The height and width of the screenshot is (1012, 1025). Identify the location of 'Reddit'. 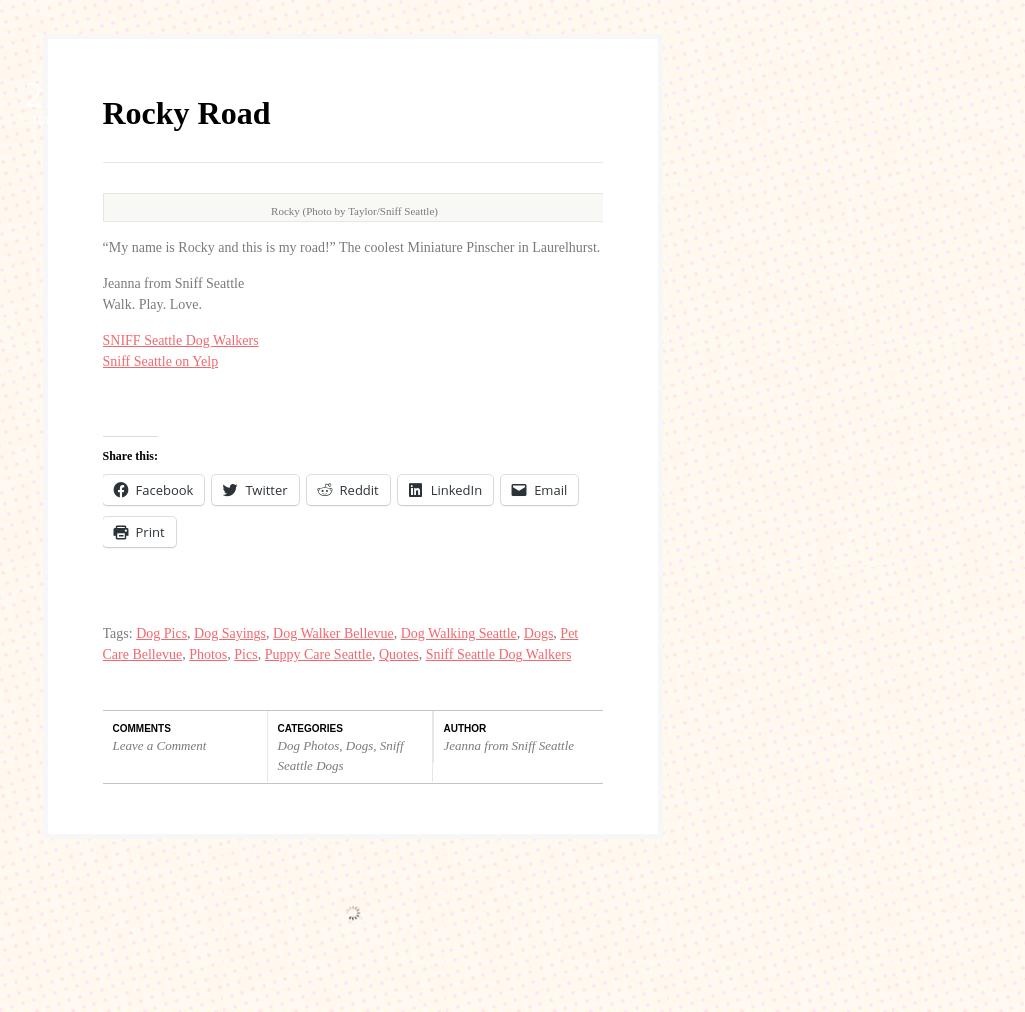
(357, 113).